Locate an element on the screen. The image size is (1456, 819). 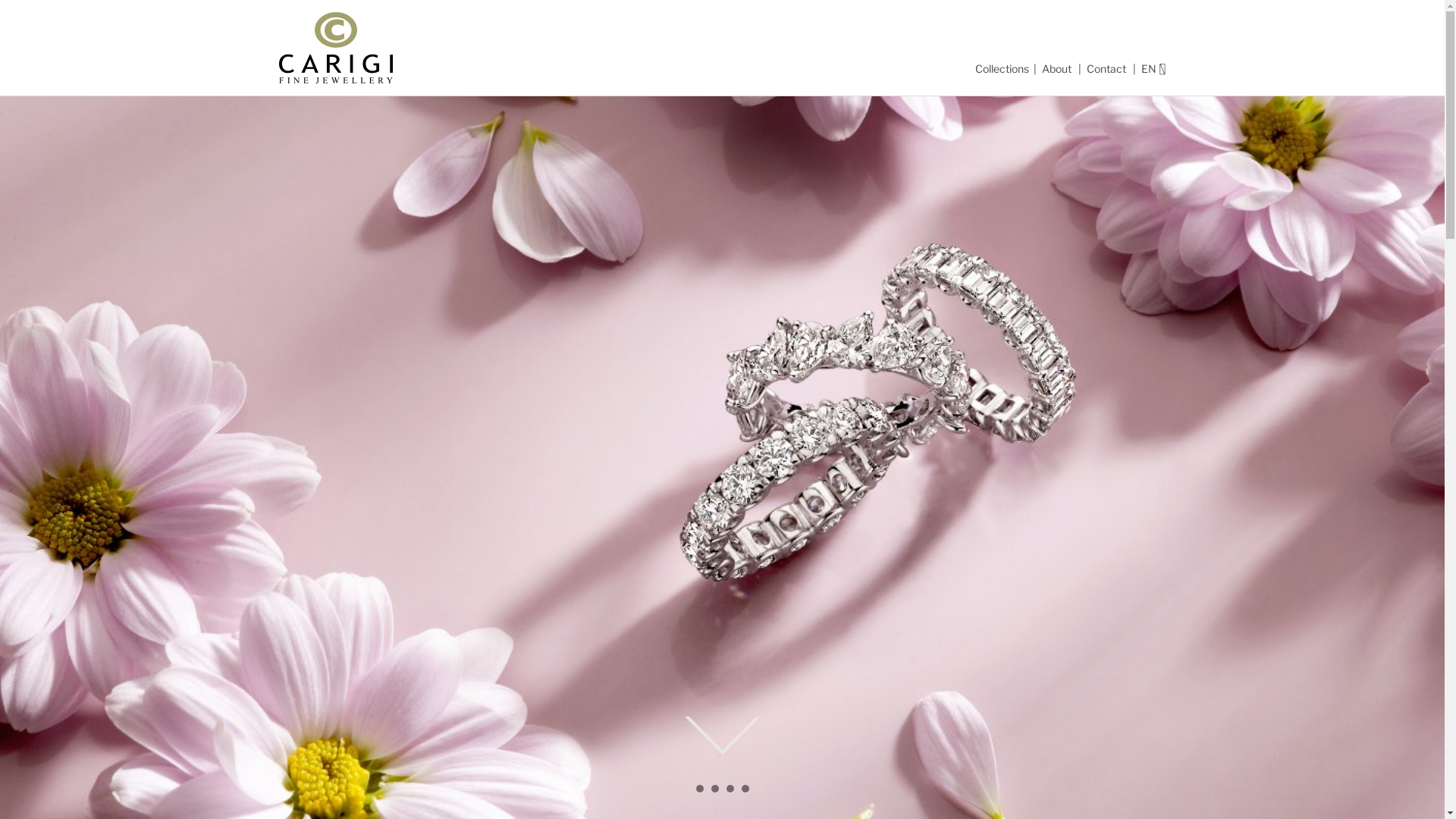
'Collections' is located at coordinates (1002, 68).